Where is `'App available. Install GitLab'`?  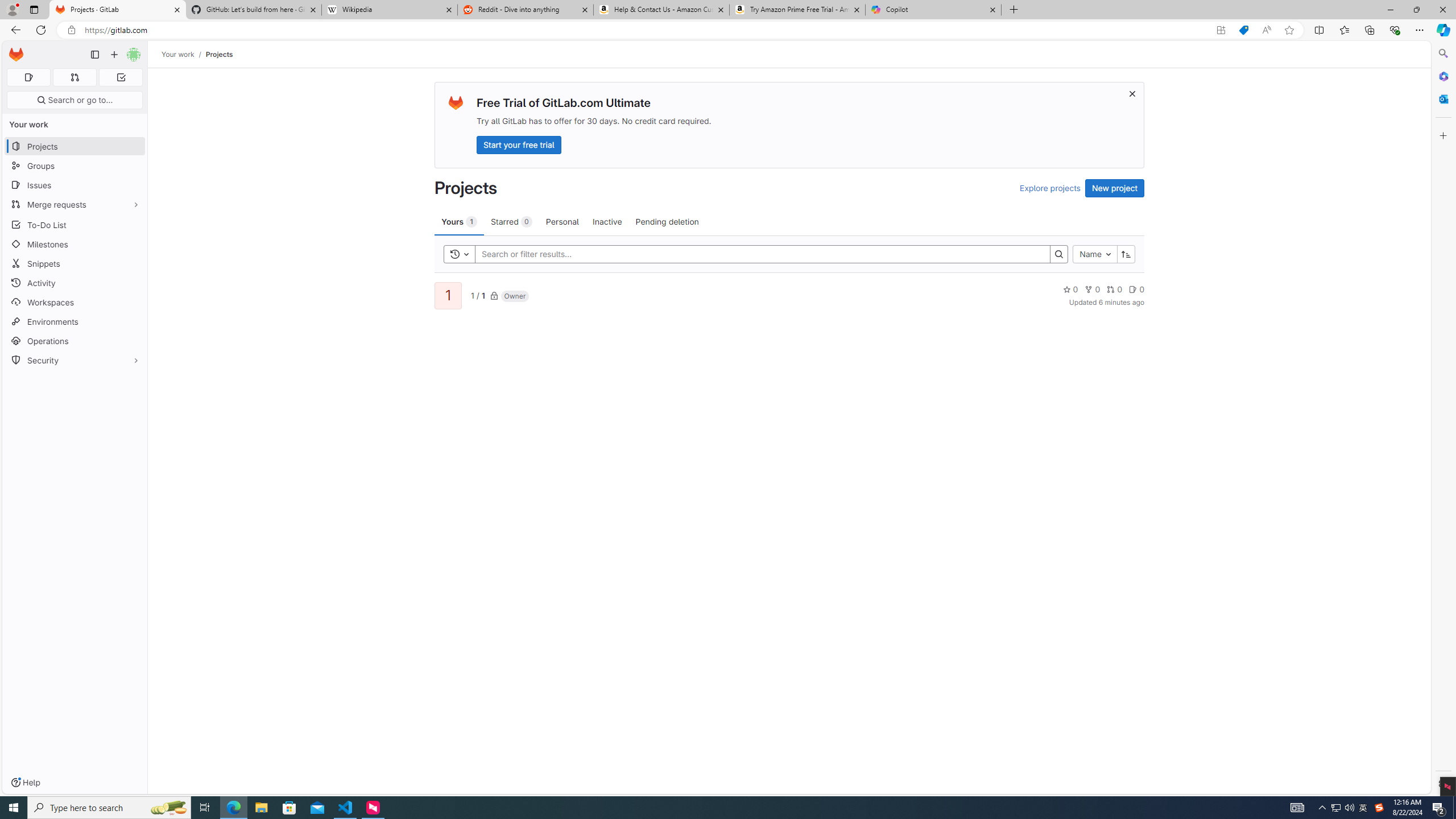
'App available. Install GitLab' is located at coordinates (1220, 30).